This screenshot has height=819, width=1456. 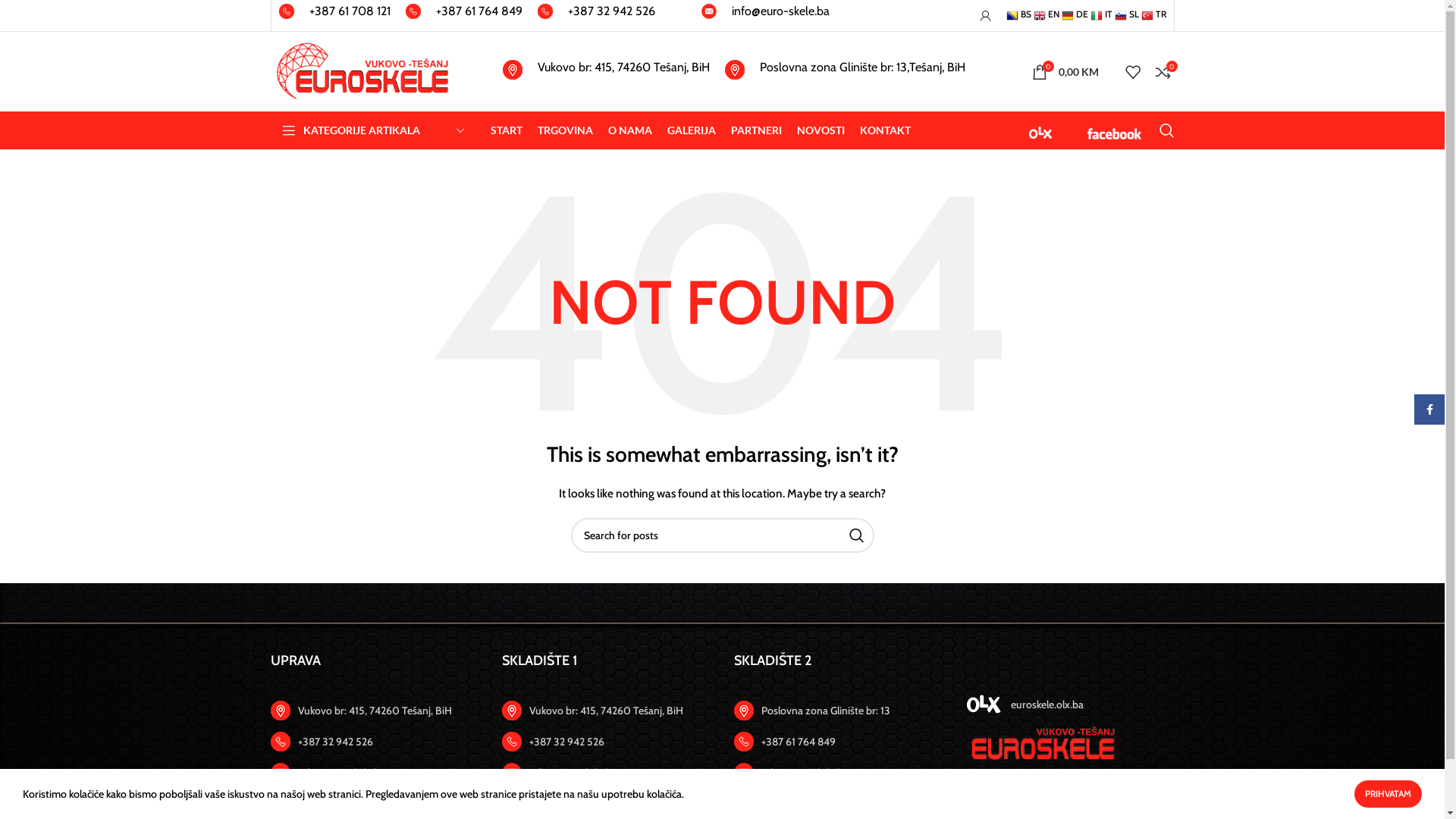 What do you see at coordinates (984, 704) in the screenshot?
I see `'olxlogobijeli'` at bounding box center [984, 704].